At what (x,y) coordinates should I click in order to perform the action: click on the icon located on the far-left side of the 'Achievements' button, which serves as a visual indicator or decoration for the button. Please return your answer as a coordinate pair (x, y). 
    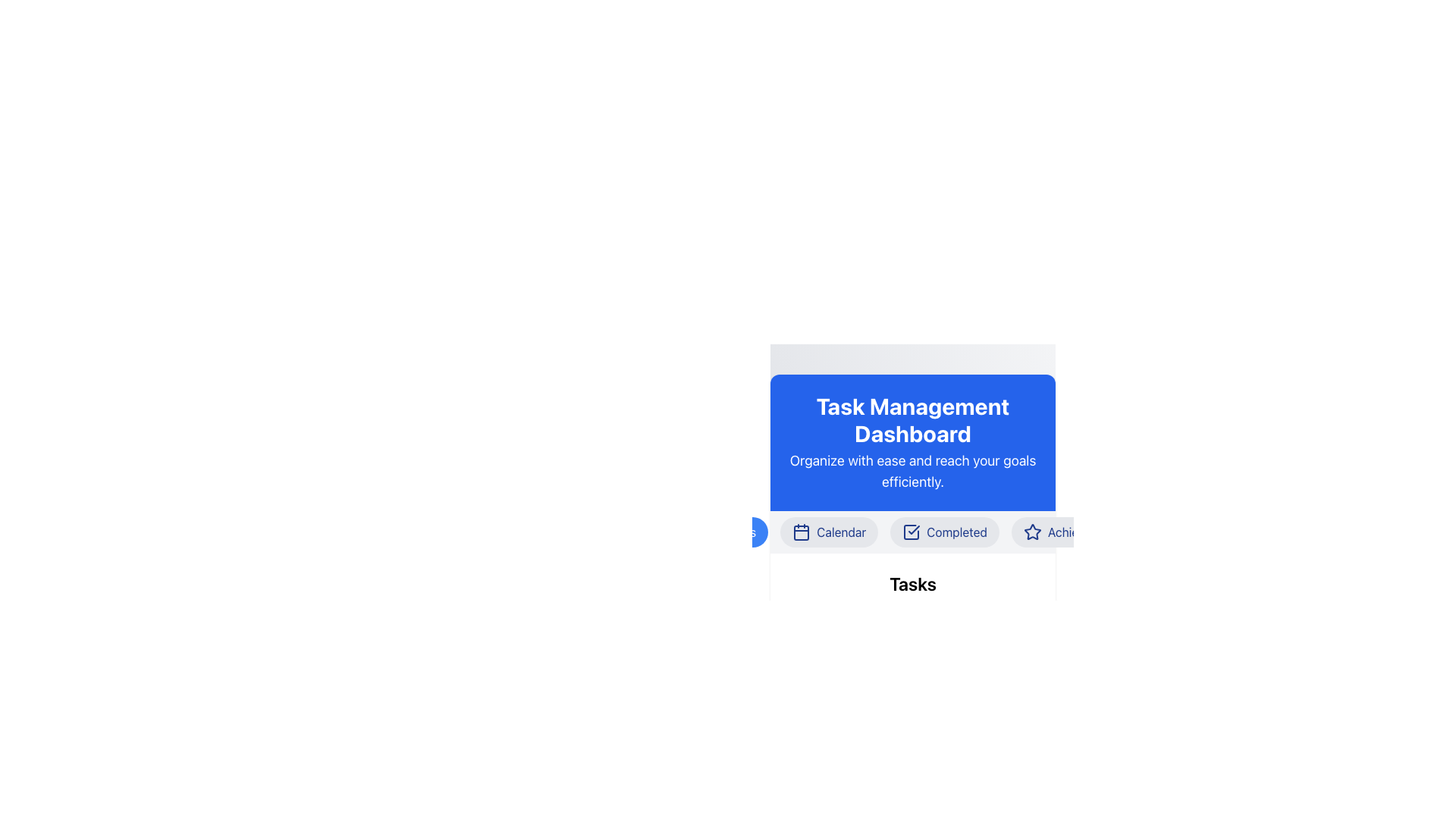
    Looking at the image, I should click on (1031, 532).